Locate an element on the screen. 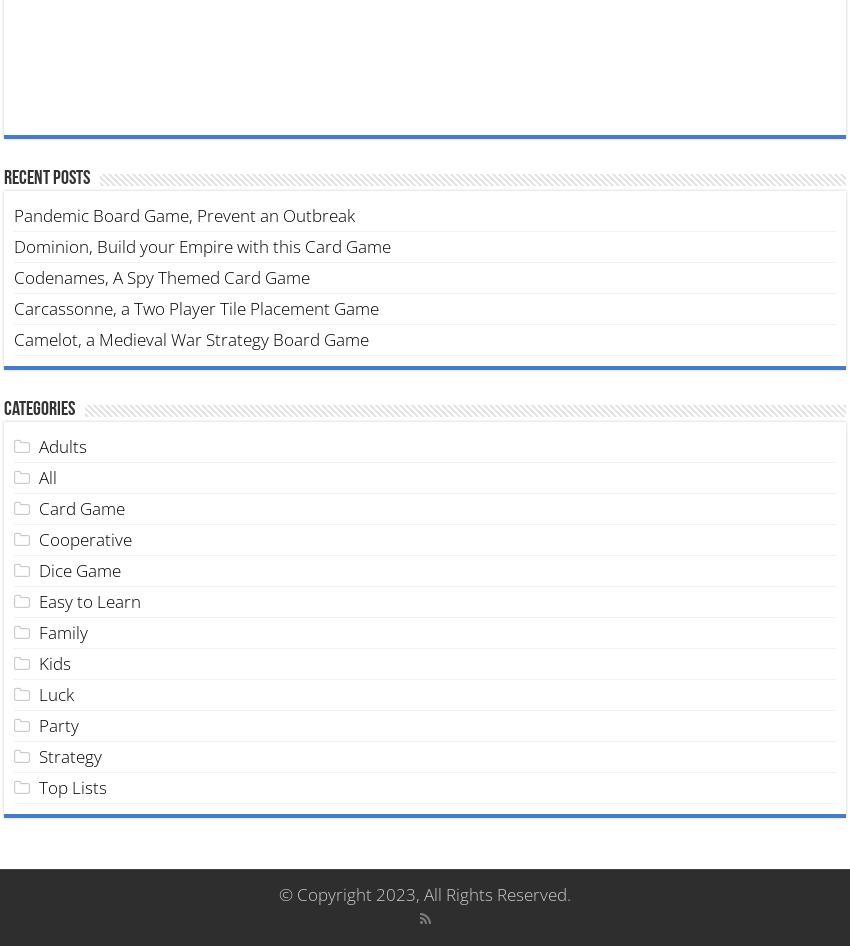 The height and width of the screenshot is (946, 850). 'Codenames, A Spy Themed Card Game' is located at coordinates (162, 275).